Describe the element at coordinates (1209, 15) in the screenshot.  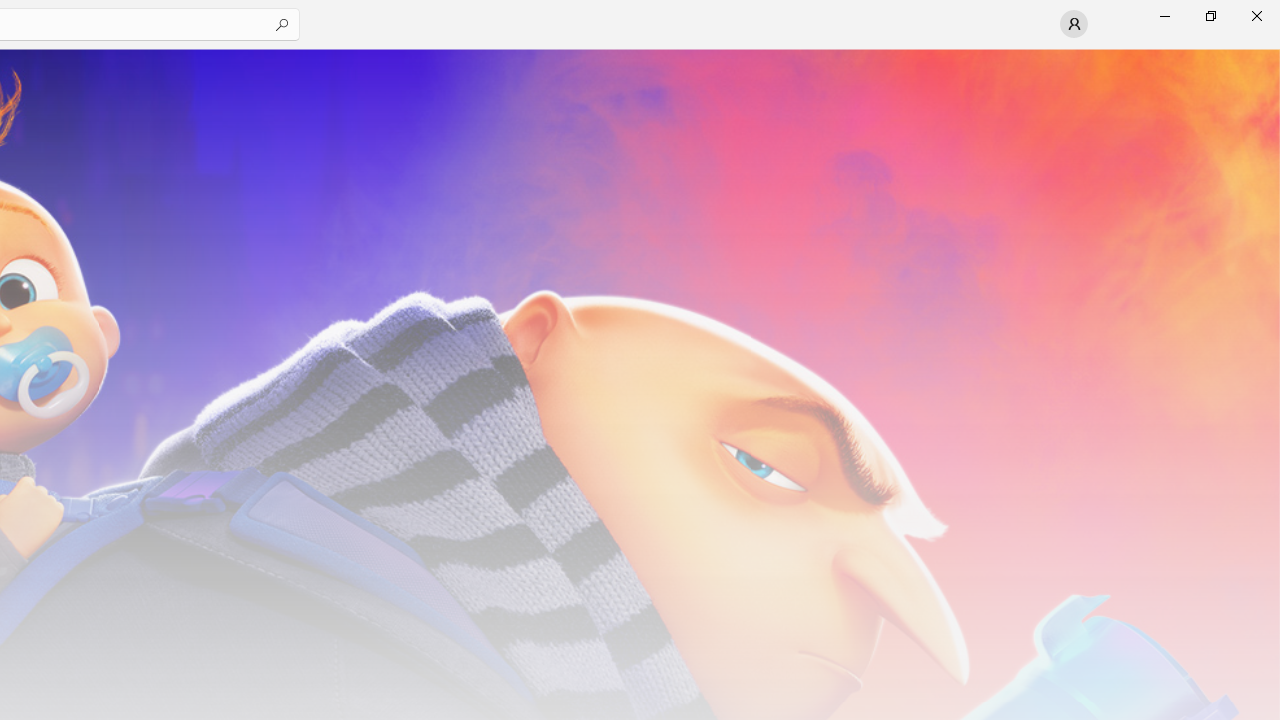
I see `'Restore Microsoft Store'` at that location.